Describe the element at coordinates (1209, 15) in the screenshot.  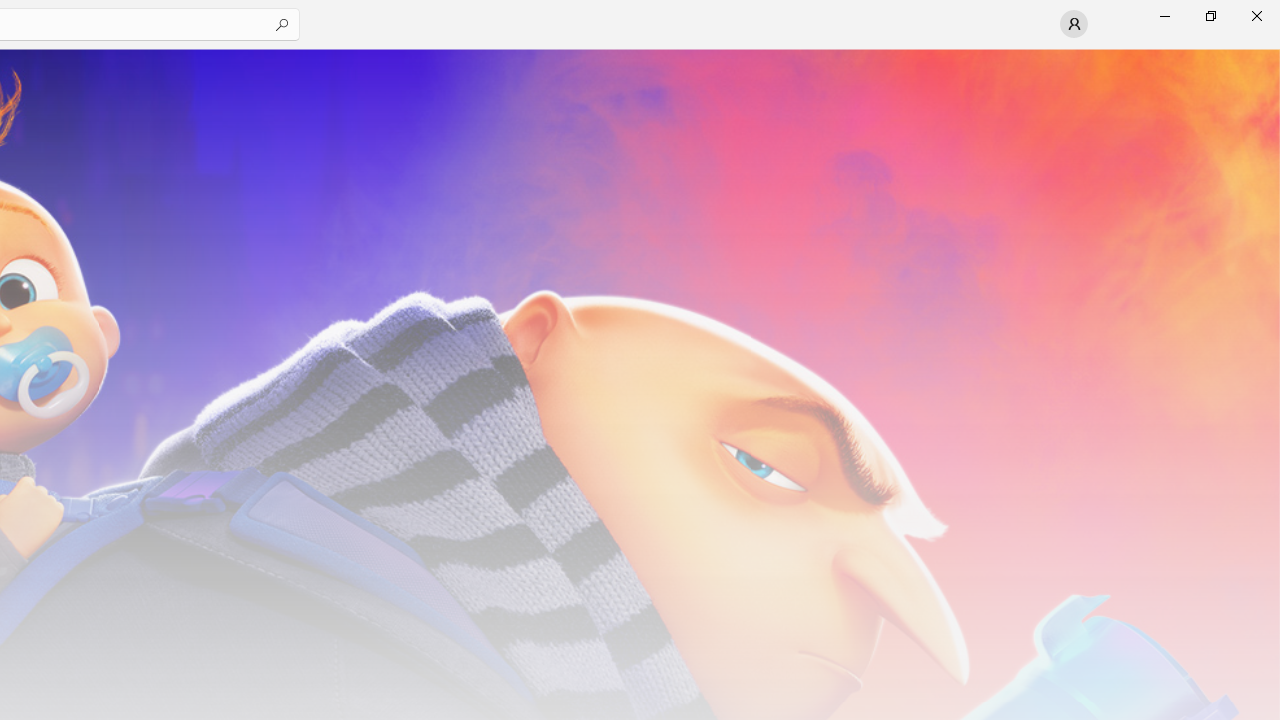
I see `'Restore Microsoft Store'` at that location.